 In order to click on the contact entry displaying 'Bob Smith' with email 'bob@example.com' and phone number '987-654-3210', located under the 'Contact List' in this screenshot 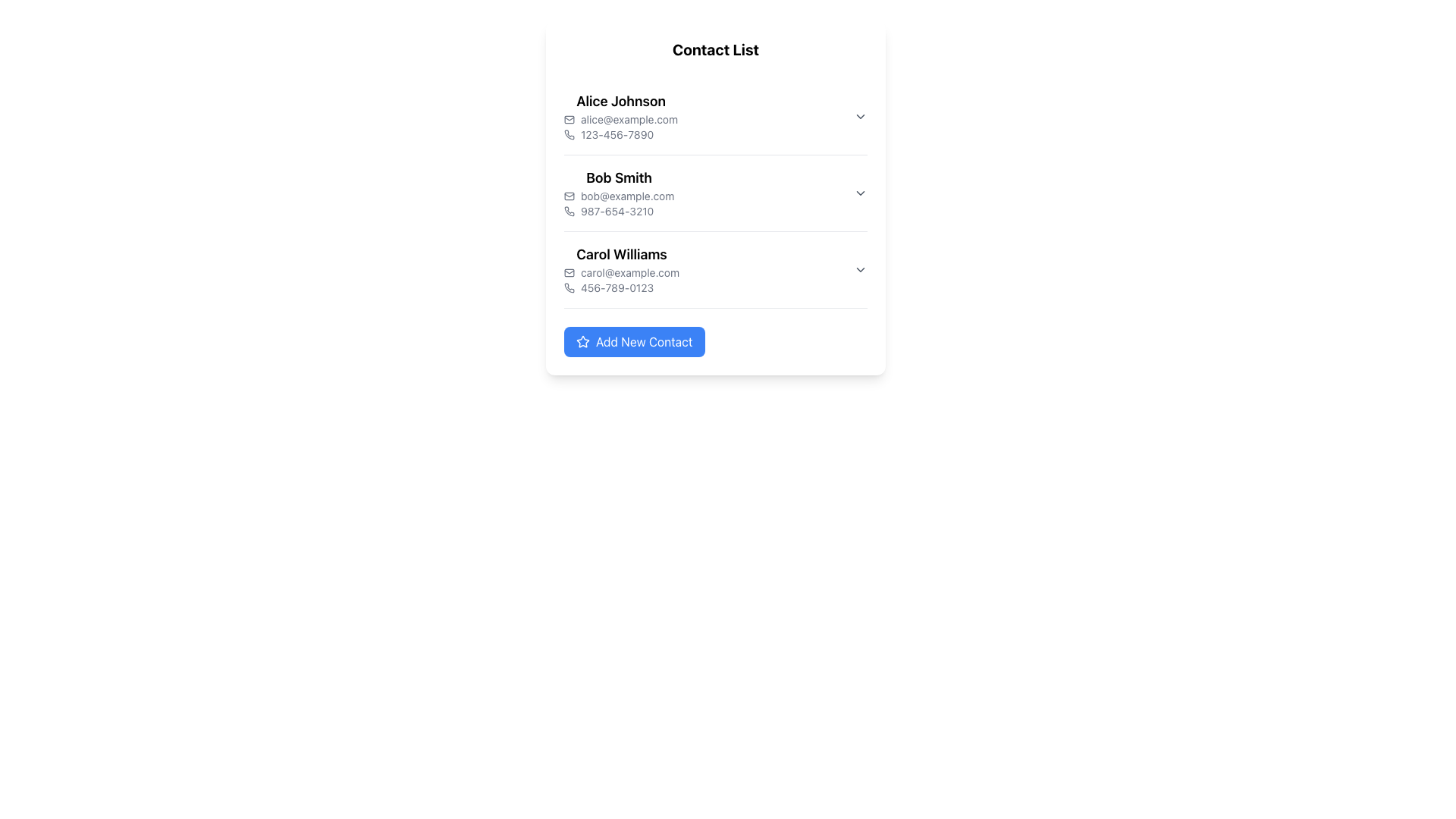, I will do `click(715, 197)`.